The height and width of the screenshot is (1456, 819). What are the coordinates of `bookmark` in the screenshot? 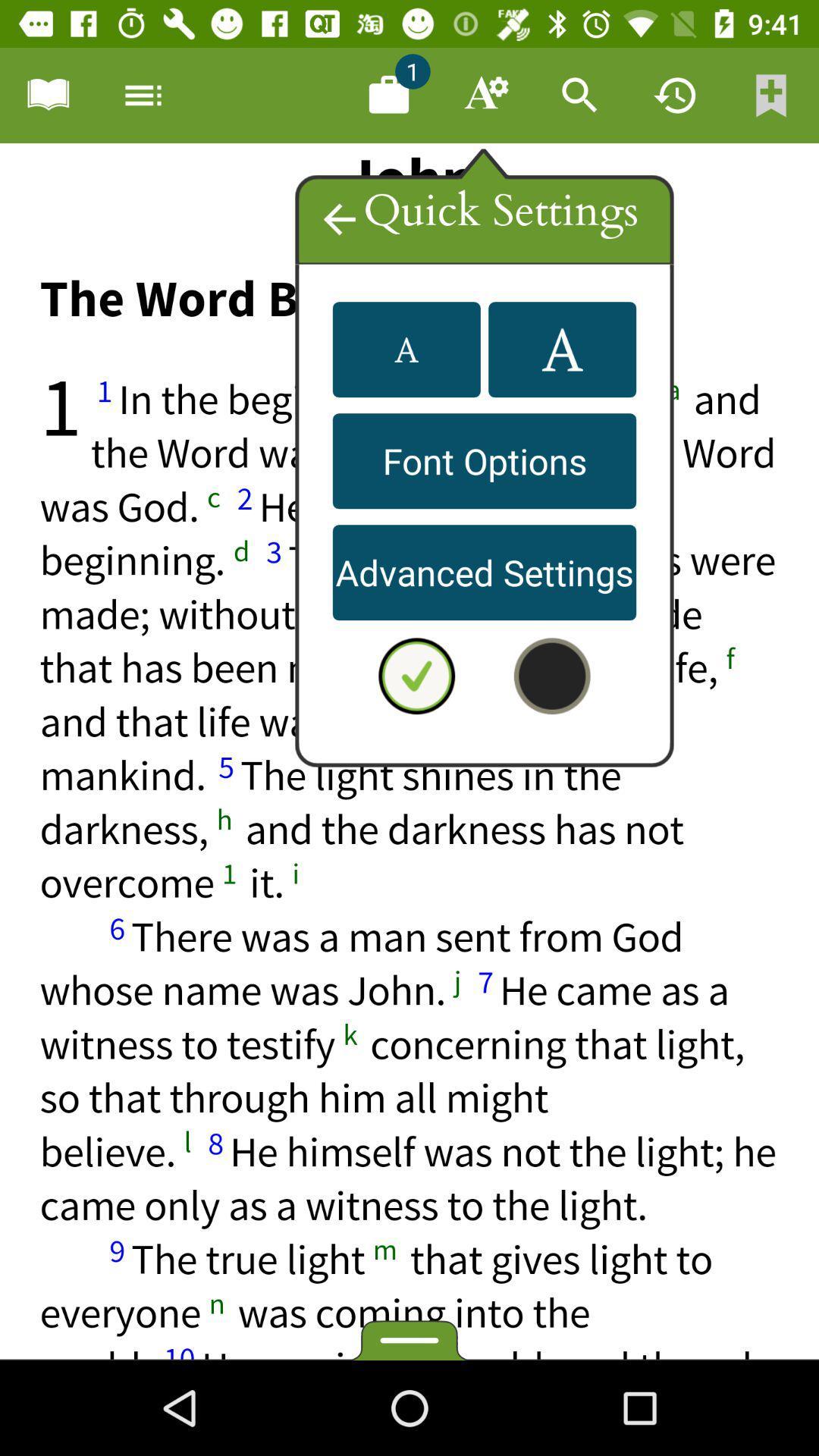 It's located at (46, 94).